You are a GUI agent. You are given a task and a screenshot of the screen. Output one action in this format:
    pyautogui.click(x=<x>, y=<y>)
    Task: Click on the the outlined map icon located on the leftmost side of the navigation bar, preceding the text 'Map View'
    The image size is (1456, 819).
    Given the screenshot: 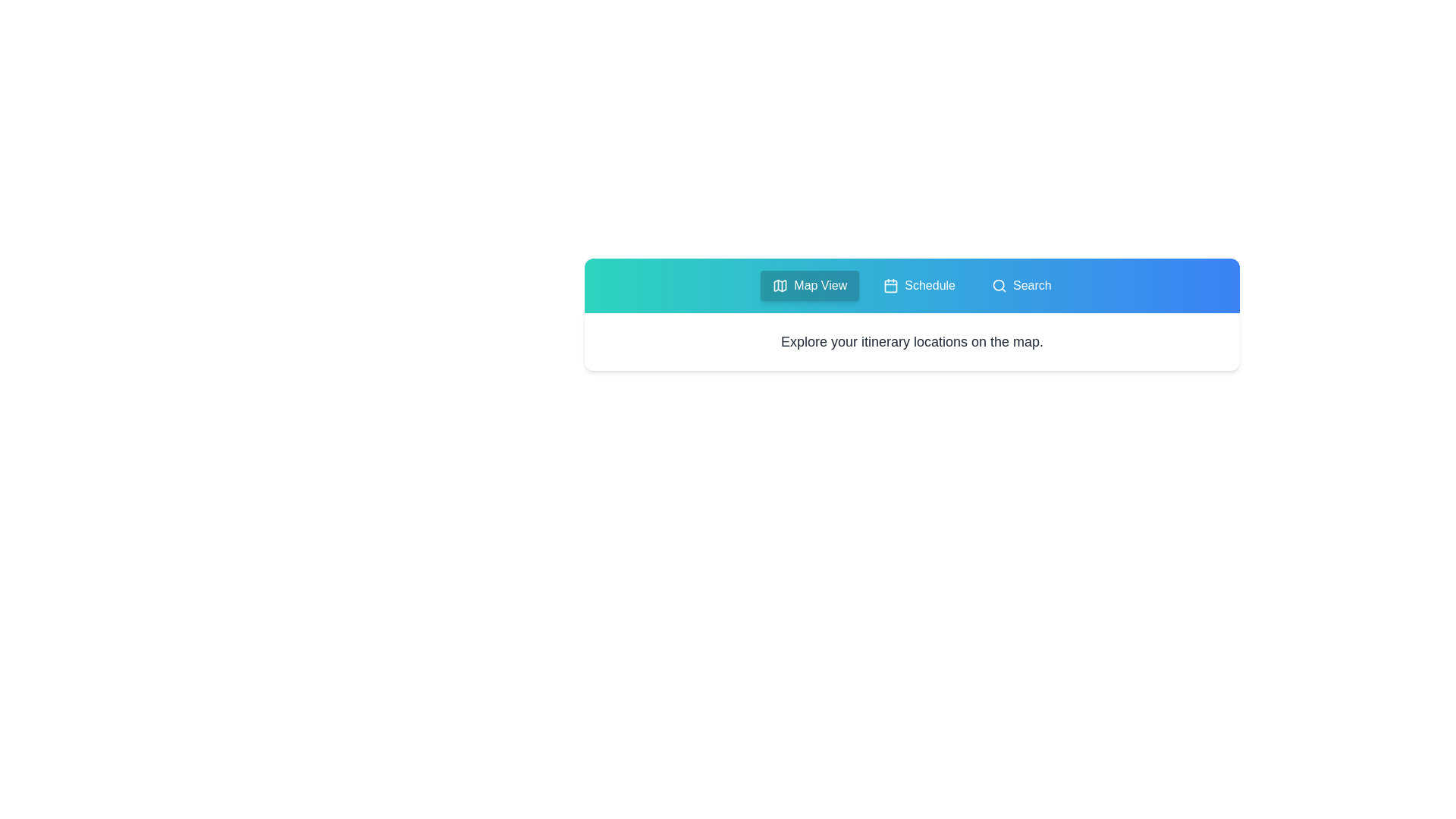 What is the action you would take?
    pyautogui.click(x=780, y=286)
    